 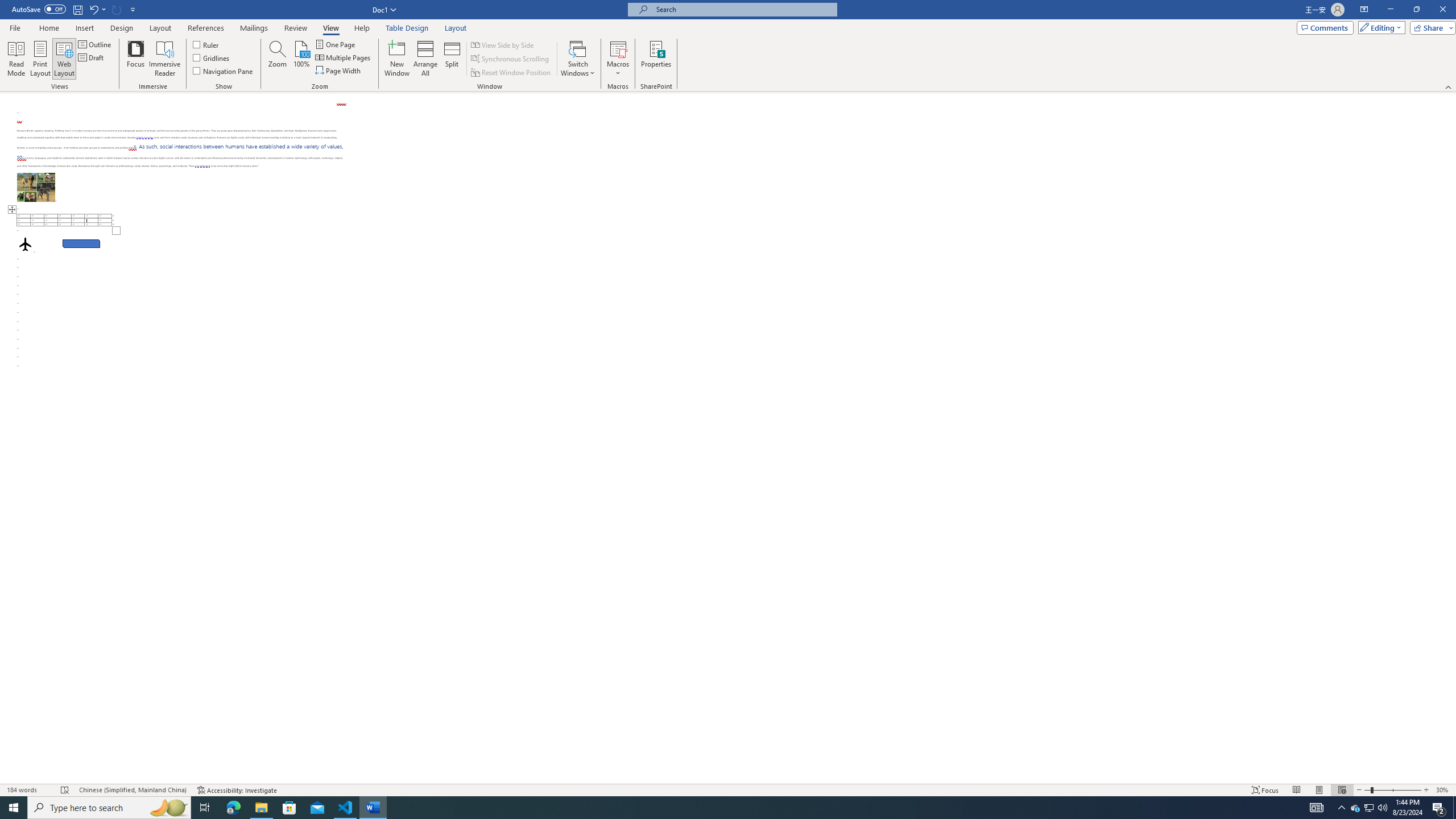 What do you see at coordinates (455, 28) in the screenshot?
I see `'Layout'` at bounding box center [455, 28].